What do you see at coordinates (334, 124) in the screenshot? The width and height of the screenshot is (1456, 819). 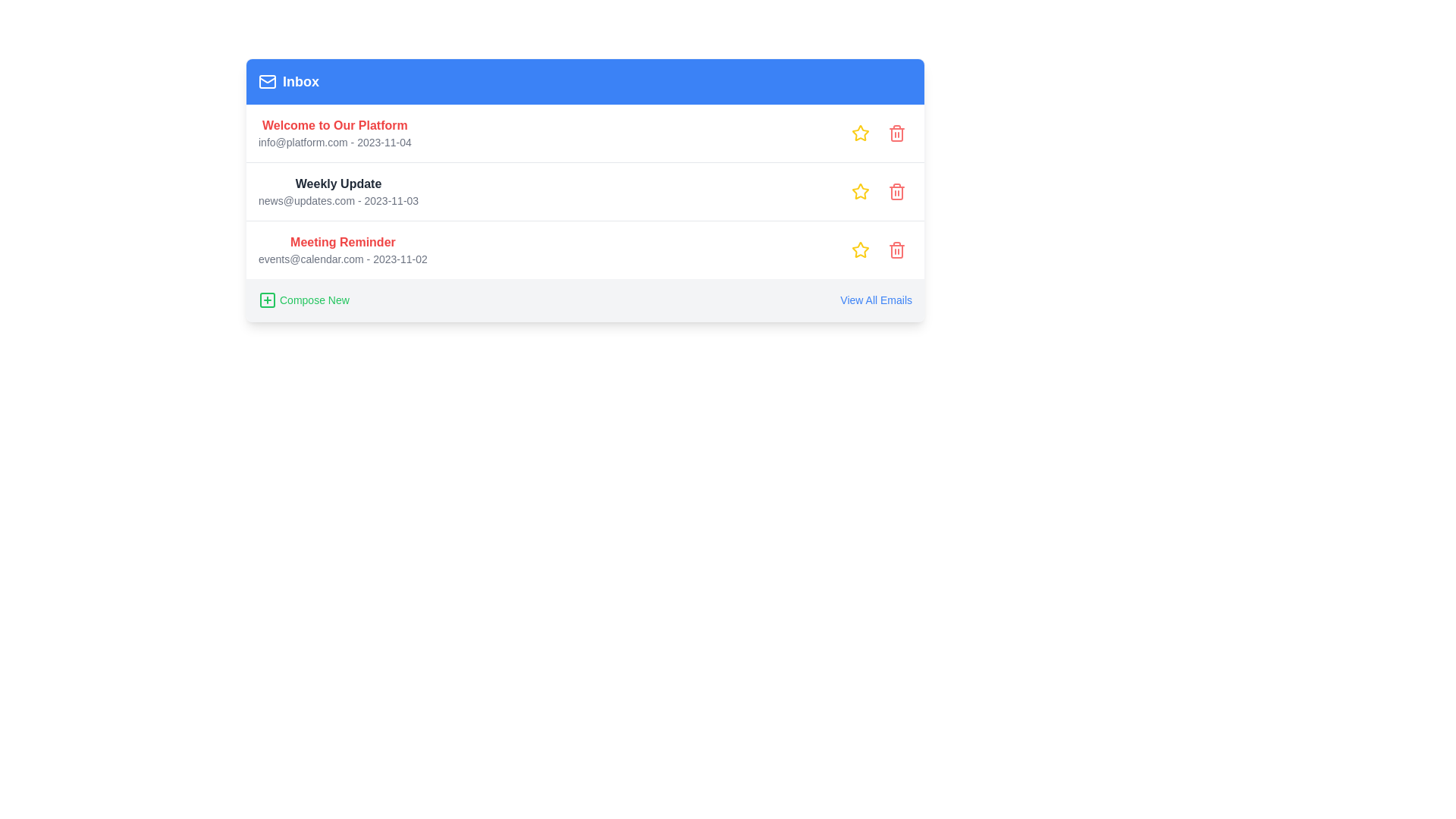 I see `the bold red text label 'Welcome to Our Platform' located at the top of the message list` at bounding box center [334, 124].